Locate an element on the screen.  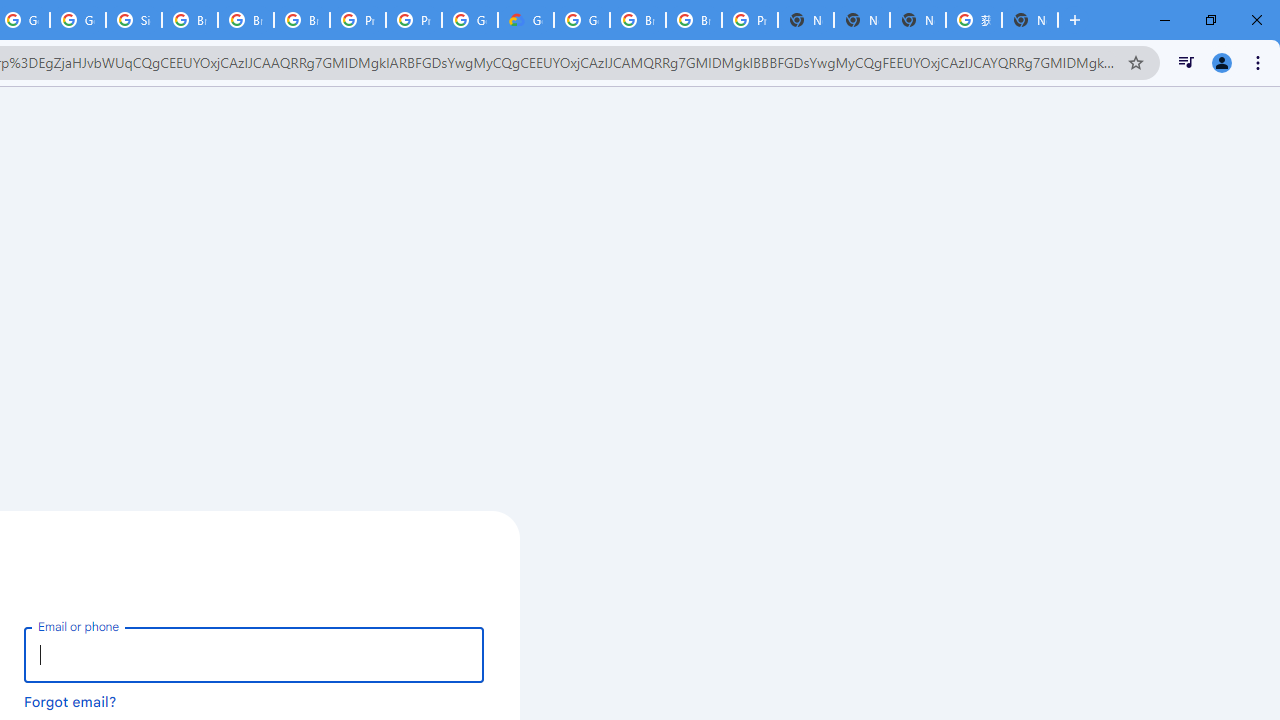
'Forgot email?' is located at coordinates (70, 700).